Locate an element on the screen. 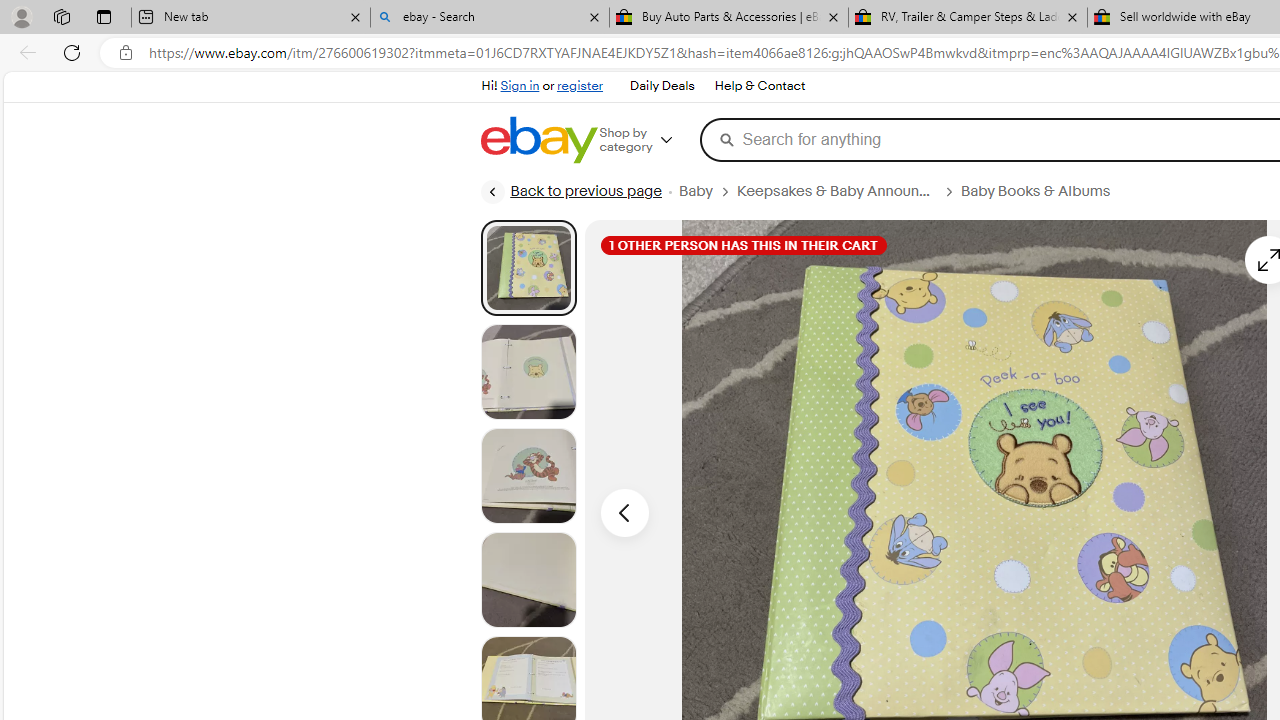 This screenshot has width=1280, height=720. 'Help & Contact' is located at coordinates (759, 86).